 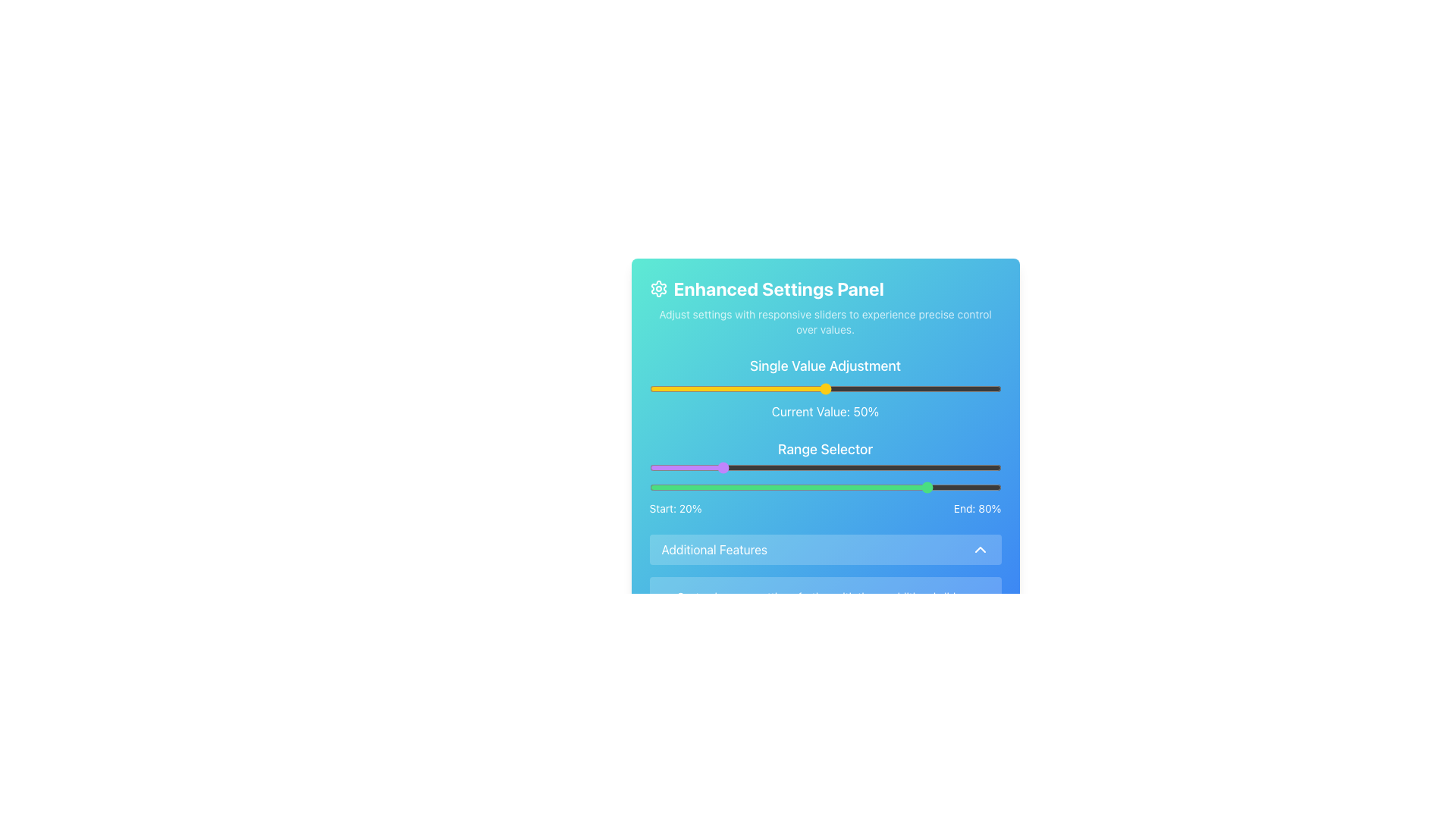 I want to click on the slider value, so click(x=730, y=388).